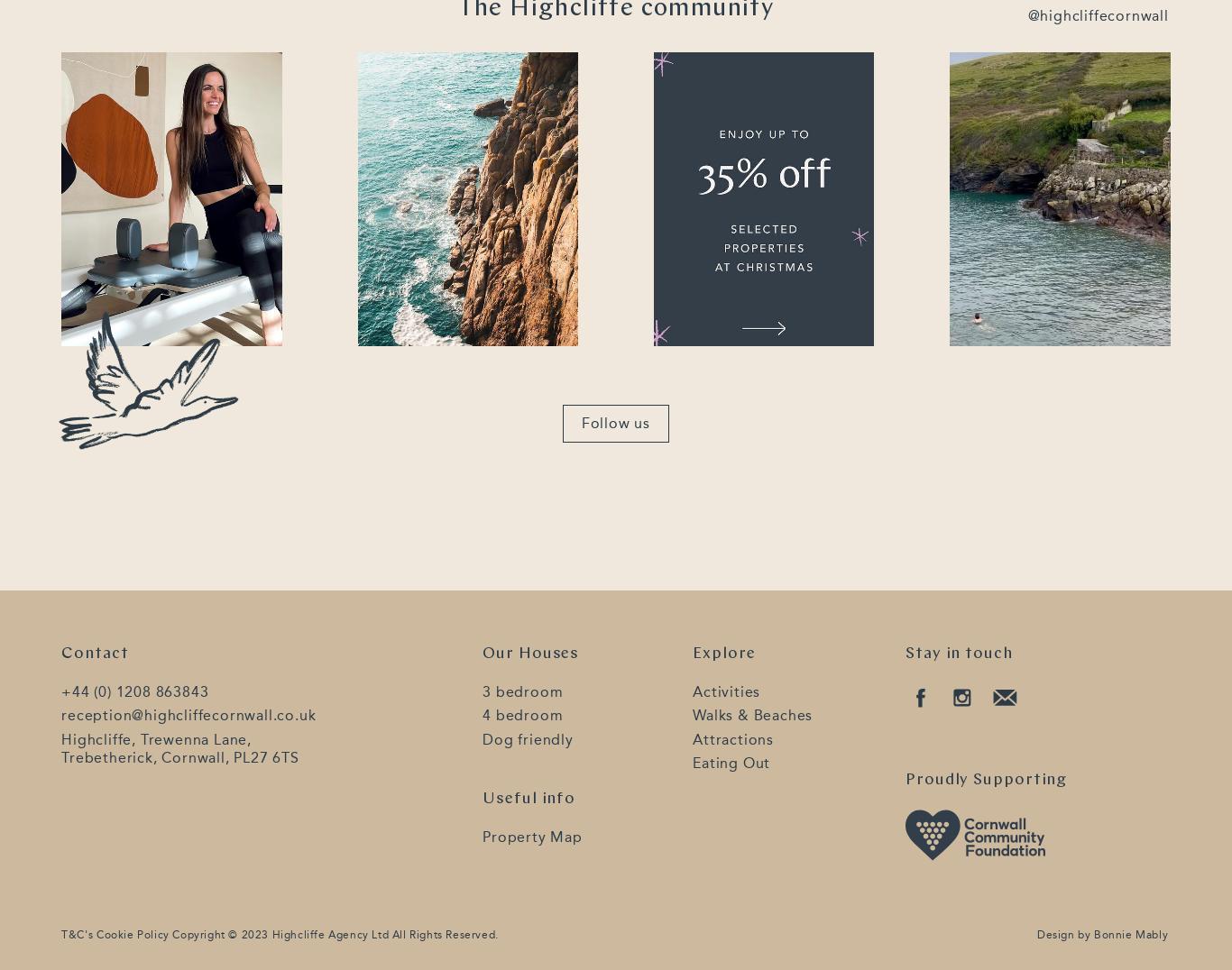 This screenshot has height=970, width=1232. Describe the element at coordinates (61, 935) in the screenshot. I see `'T&C's'` at that location.